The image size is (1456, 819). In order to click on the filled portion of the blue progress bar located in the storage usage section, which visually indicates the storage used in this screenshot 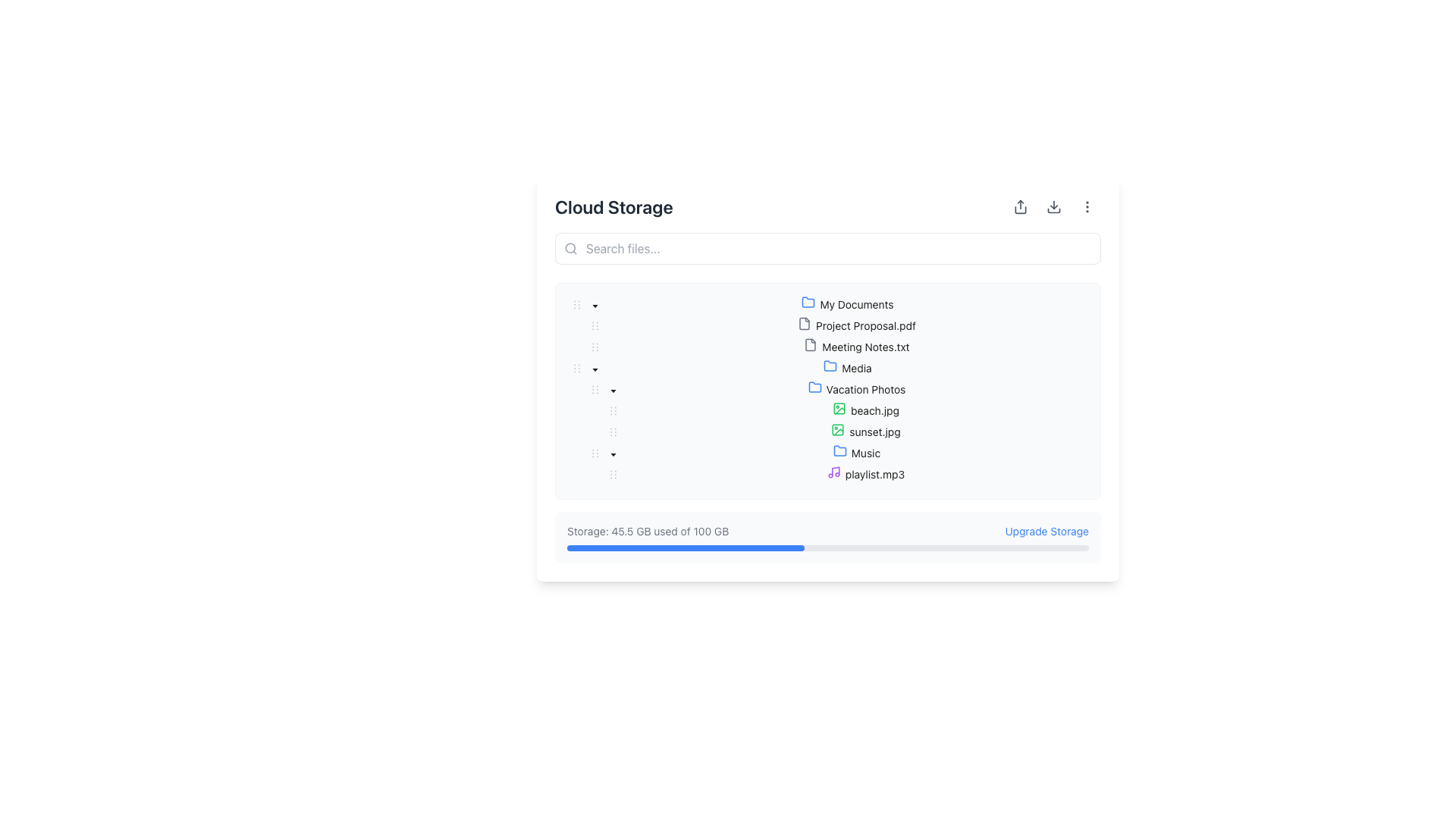, I will do `click(685, 548)`.